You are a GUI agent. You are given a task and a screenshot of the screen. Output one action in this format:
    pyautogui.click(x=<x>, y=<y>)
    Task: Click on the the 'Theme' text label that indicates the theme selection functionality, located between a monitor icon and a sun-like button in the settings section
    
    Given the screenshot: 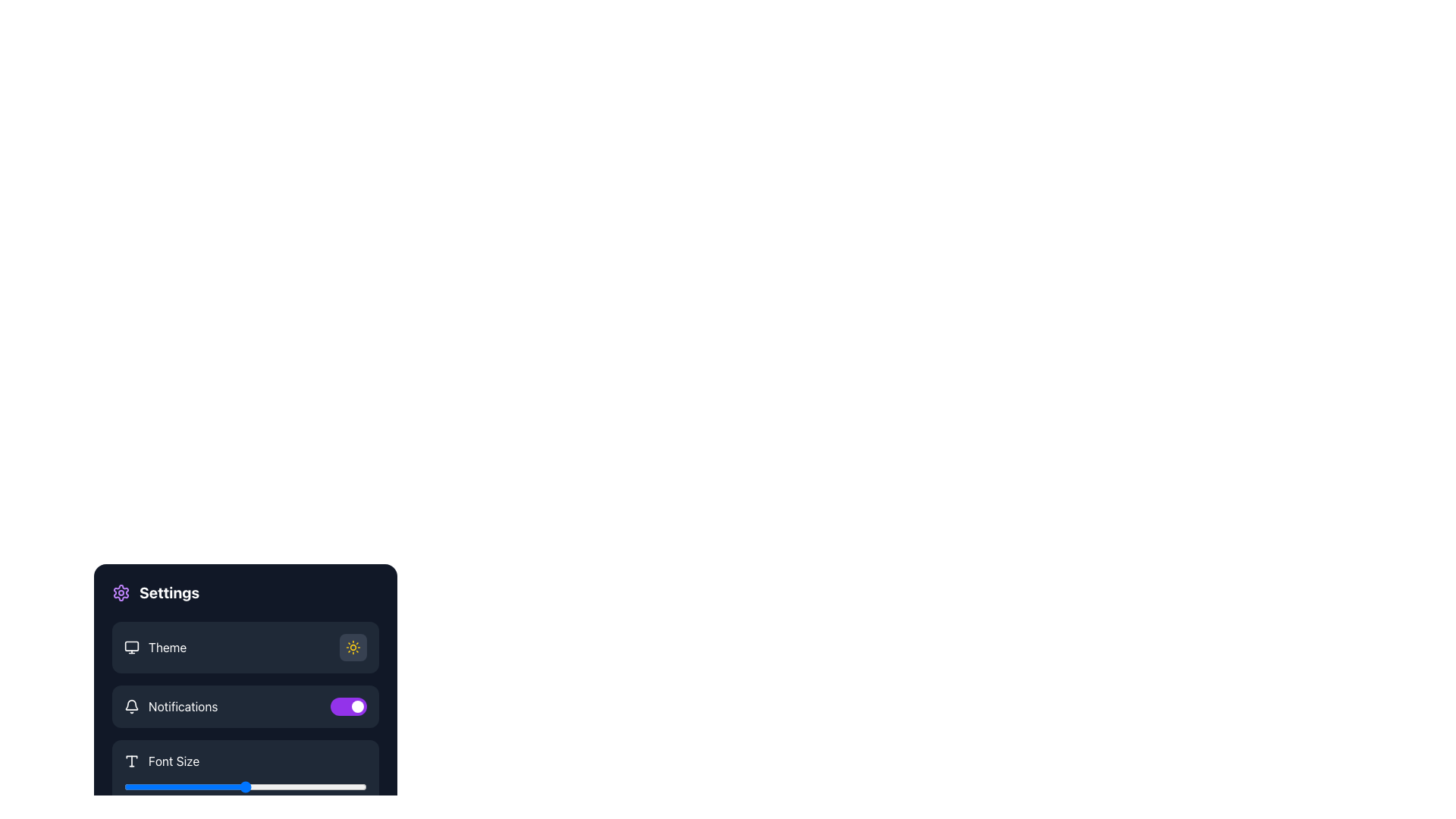 What is the action you would take?
    pyautogui.click(x=168, y=647)
    